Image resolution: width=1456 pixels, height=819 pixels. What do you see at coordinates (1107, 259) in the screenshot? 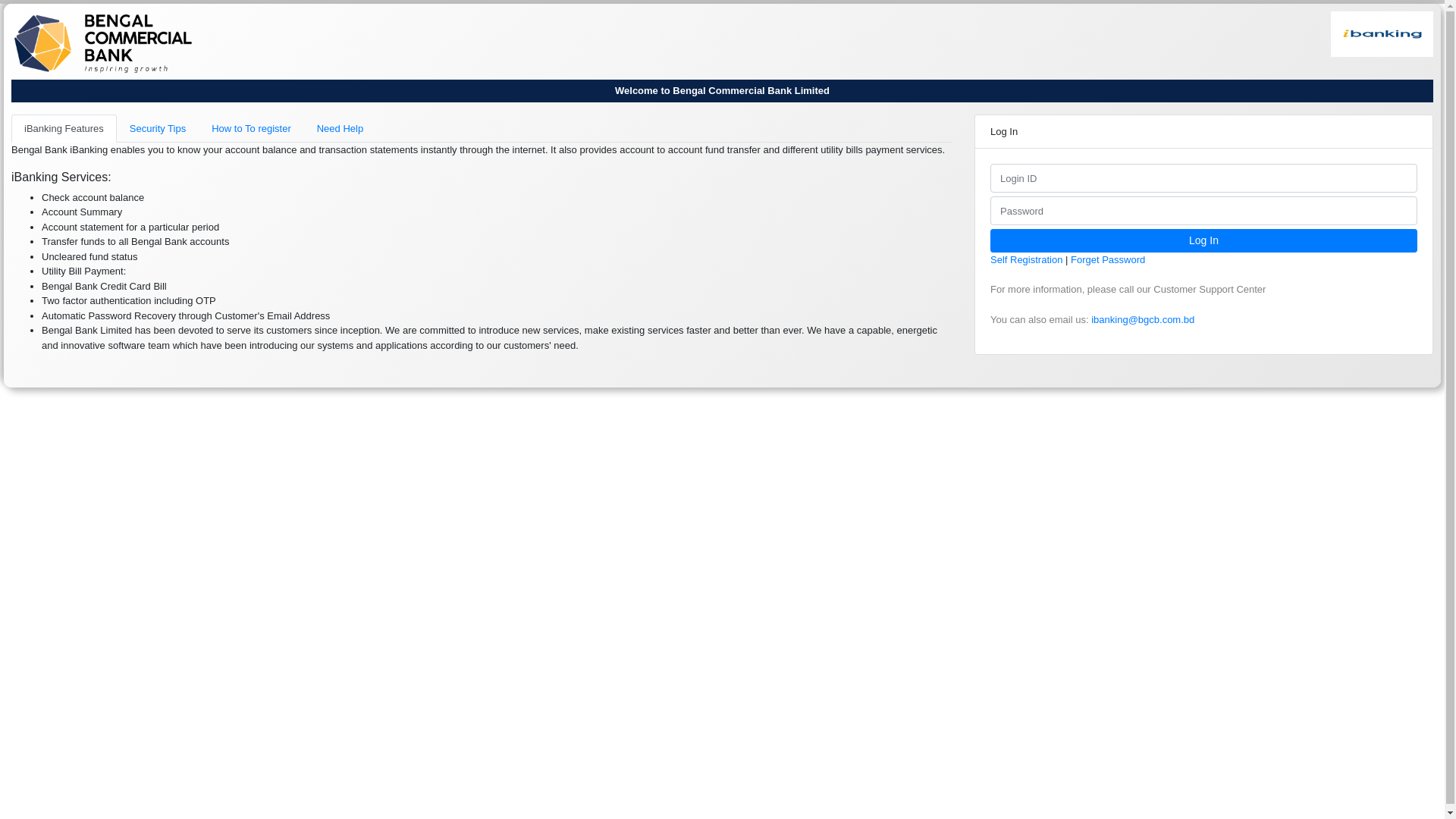
I see `'Forget Password'` at bounding box center [1107, 259].